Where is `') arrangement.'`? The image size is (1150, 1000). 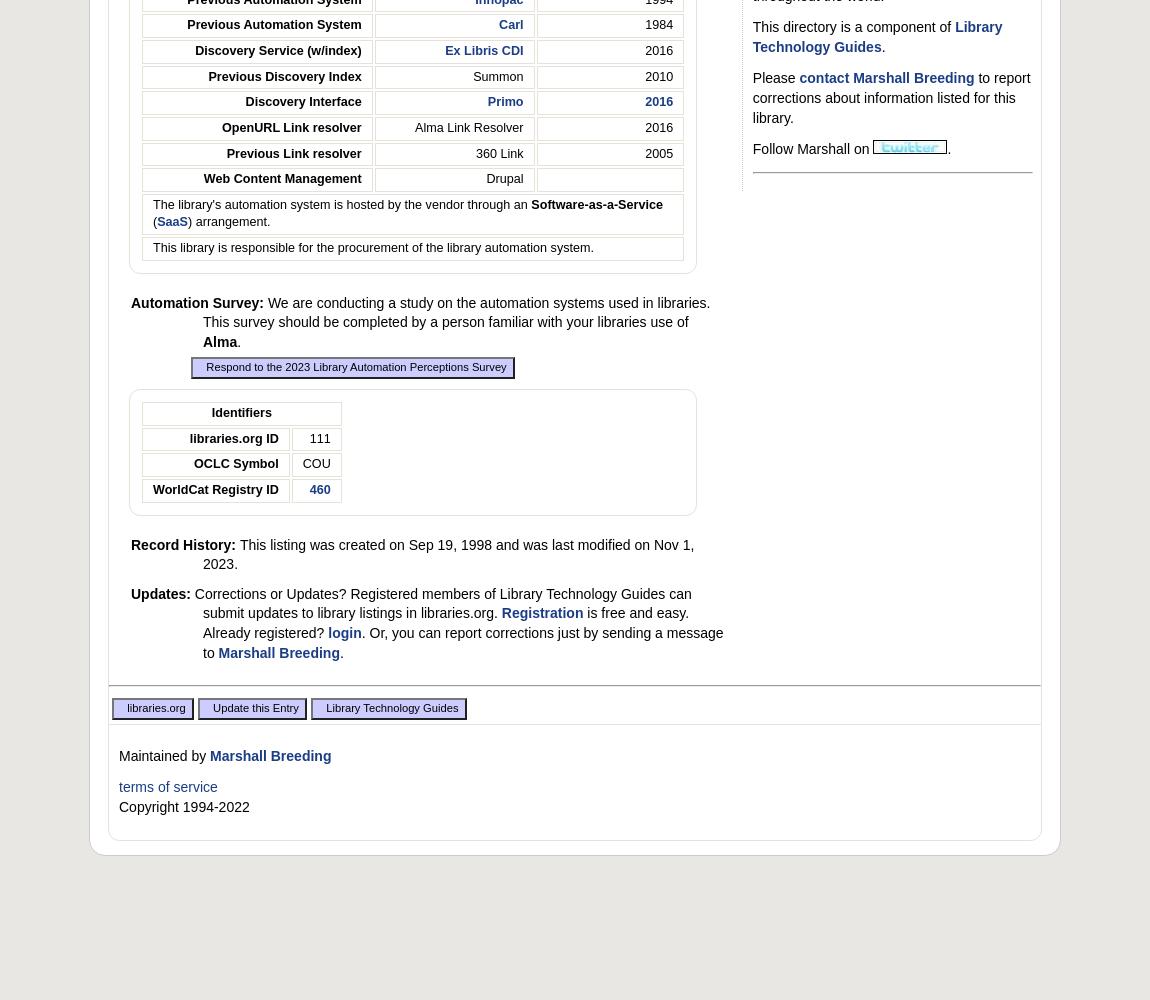 ') arrangement.' is located at coordinates (227, 221).